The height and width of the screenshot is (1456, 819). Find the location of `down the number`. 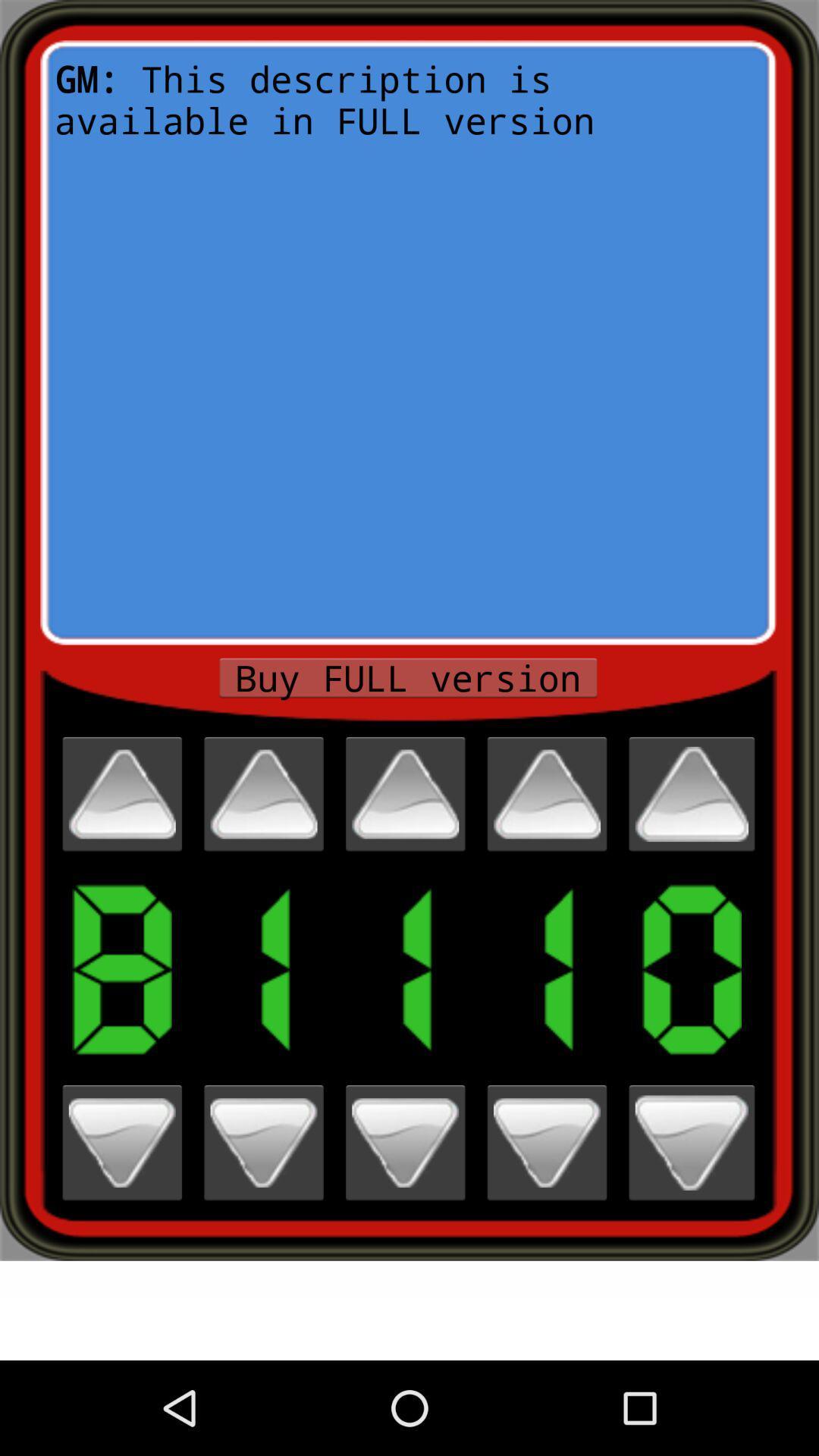

down the number is located at coordinates (262, 1143).